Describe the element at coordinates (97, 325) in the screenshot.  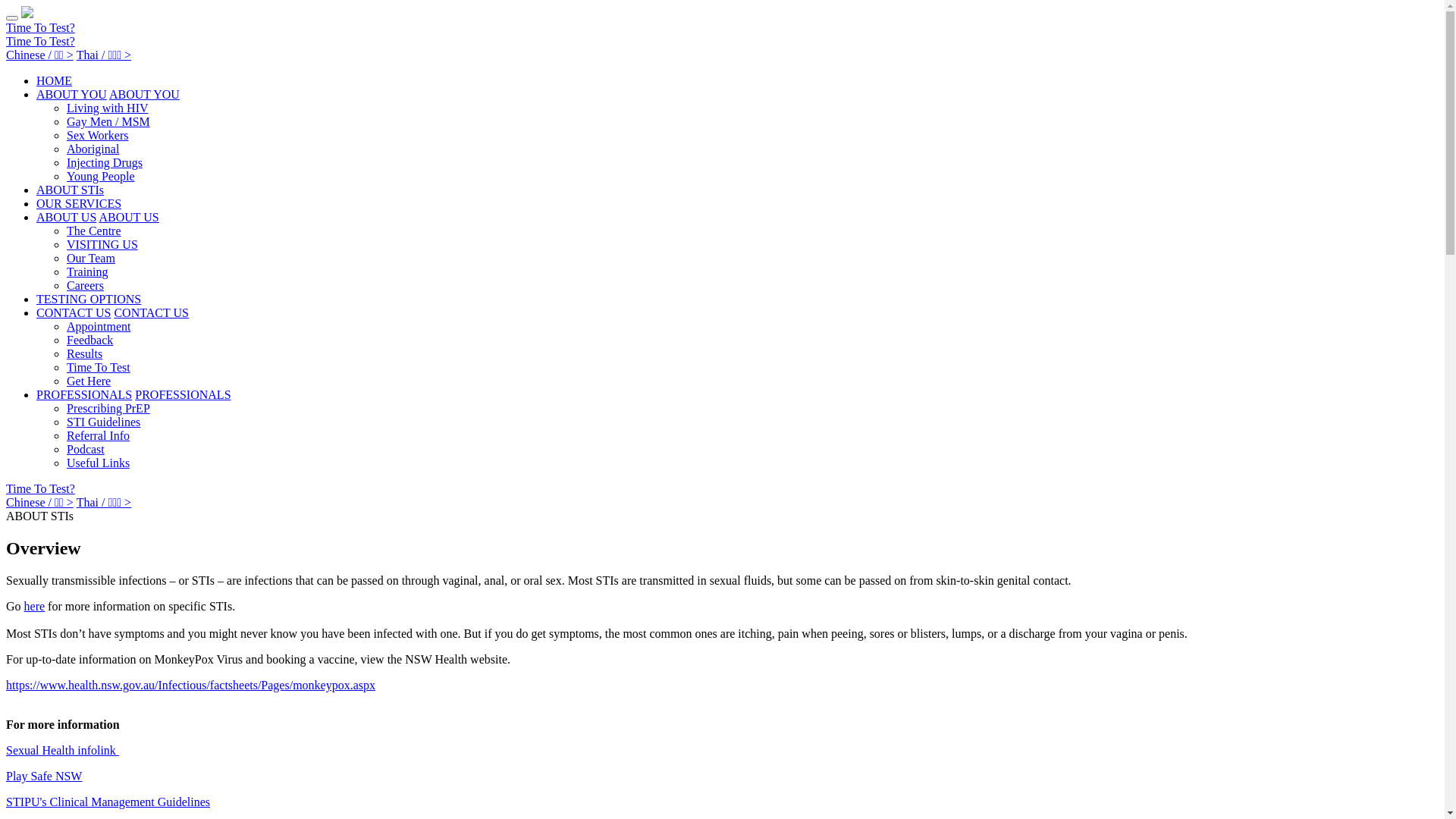
I see `'Appointment'` at that location.